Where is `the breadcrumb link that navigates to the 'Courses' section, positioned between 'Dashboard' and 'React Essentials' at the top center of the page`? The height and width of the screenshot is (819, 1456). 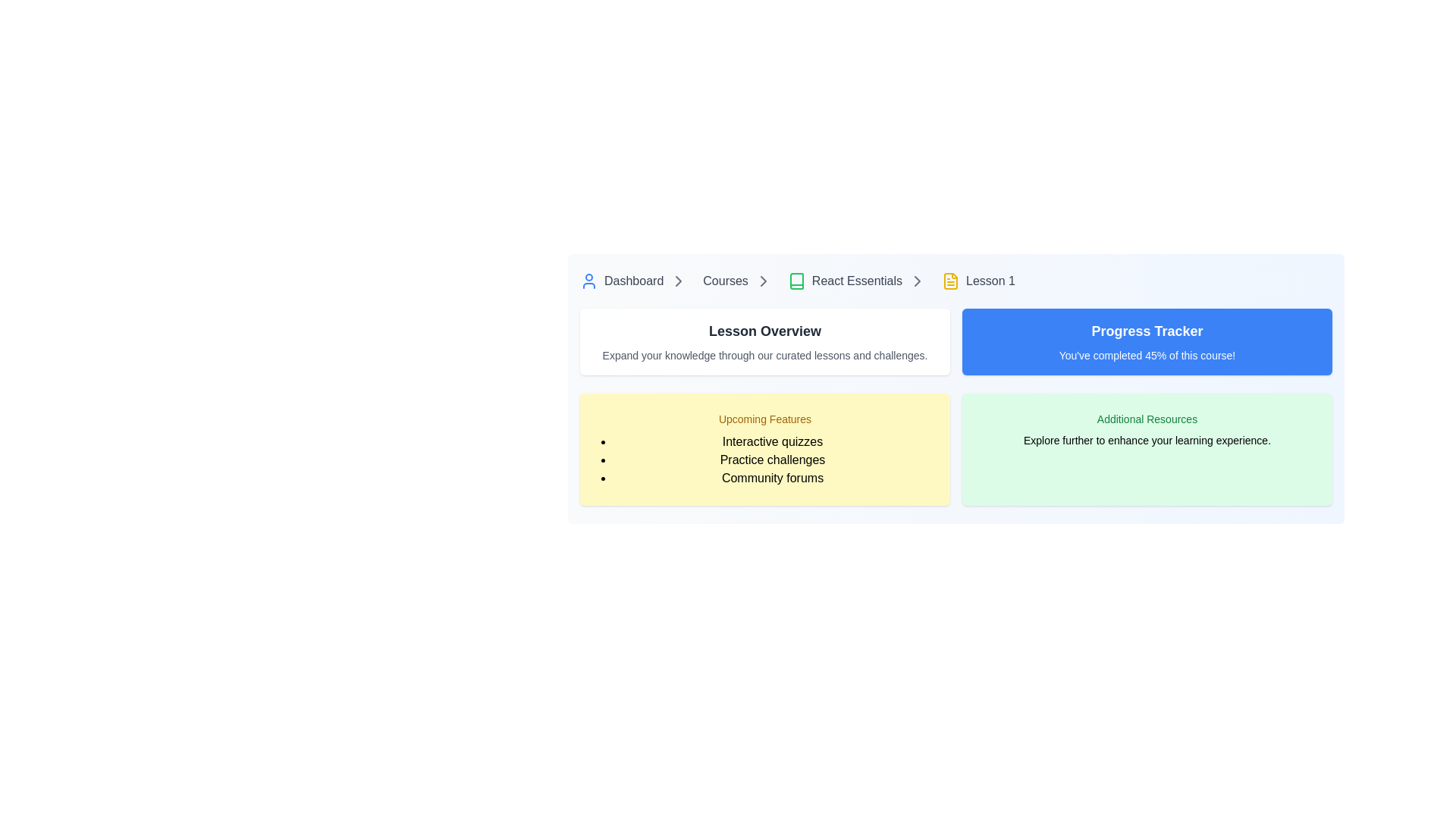 the breadcrumb link that navigates to the 'Courses' section, positioned between 'Dashboard' and 'React Essentials' at the top center of the page is located at coordinates (741, 281).